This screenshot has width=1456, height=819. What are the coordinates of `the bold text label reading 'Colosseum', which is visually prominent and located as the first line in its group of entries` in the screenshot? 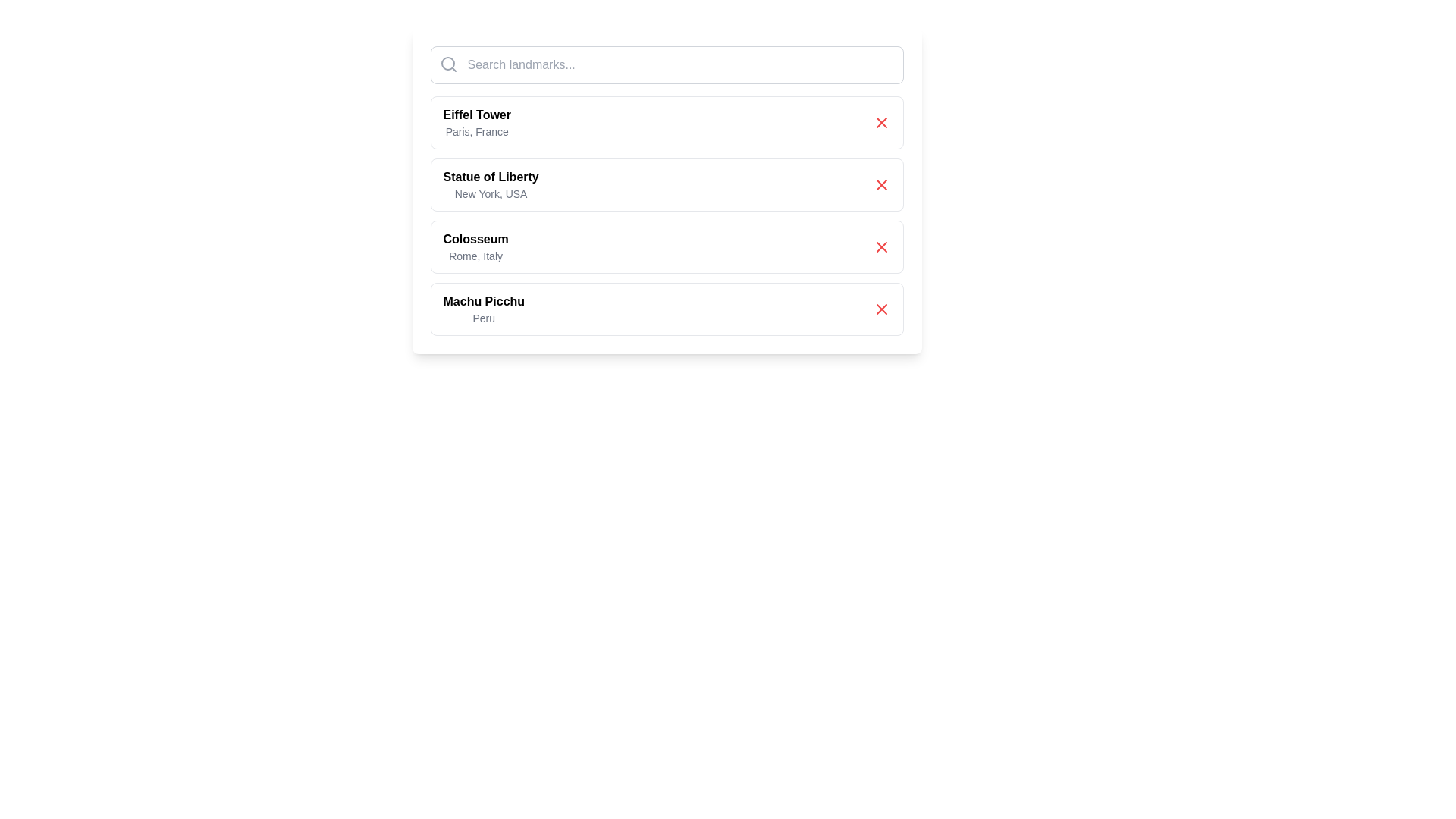 It's located at (475, 239).